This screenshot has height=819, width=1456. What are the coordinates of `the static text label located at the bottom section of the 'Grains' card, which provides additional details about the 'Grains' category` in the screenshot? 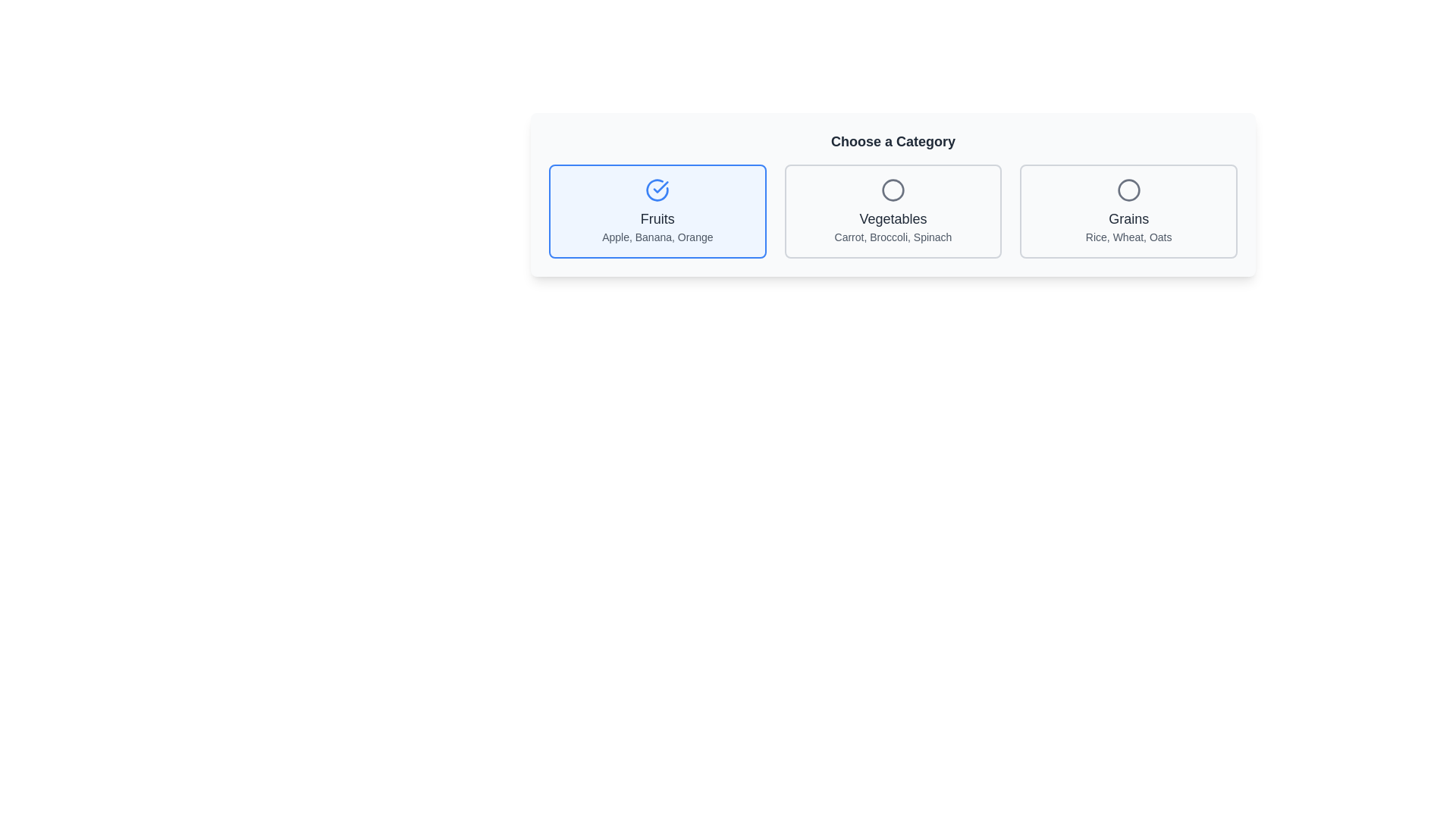 It's located at (1128, 237).